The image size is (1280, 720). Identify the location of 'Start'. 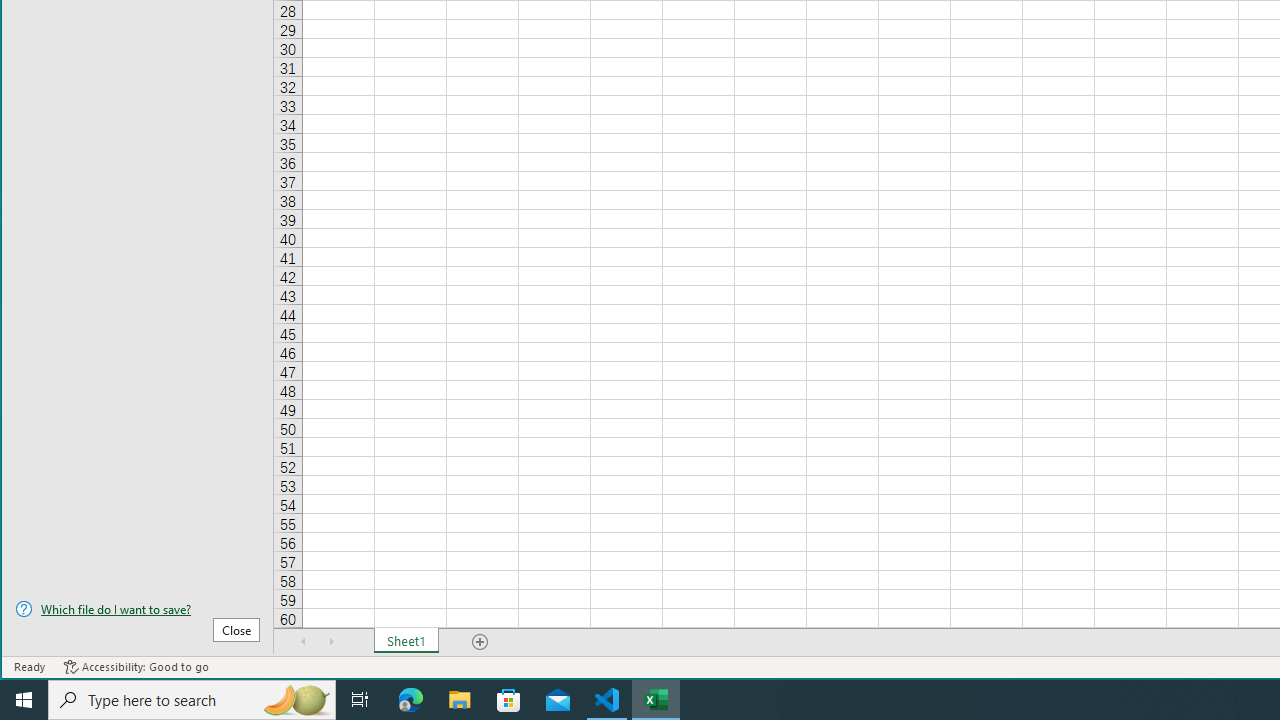
(24, 698).